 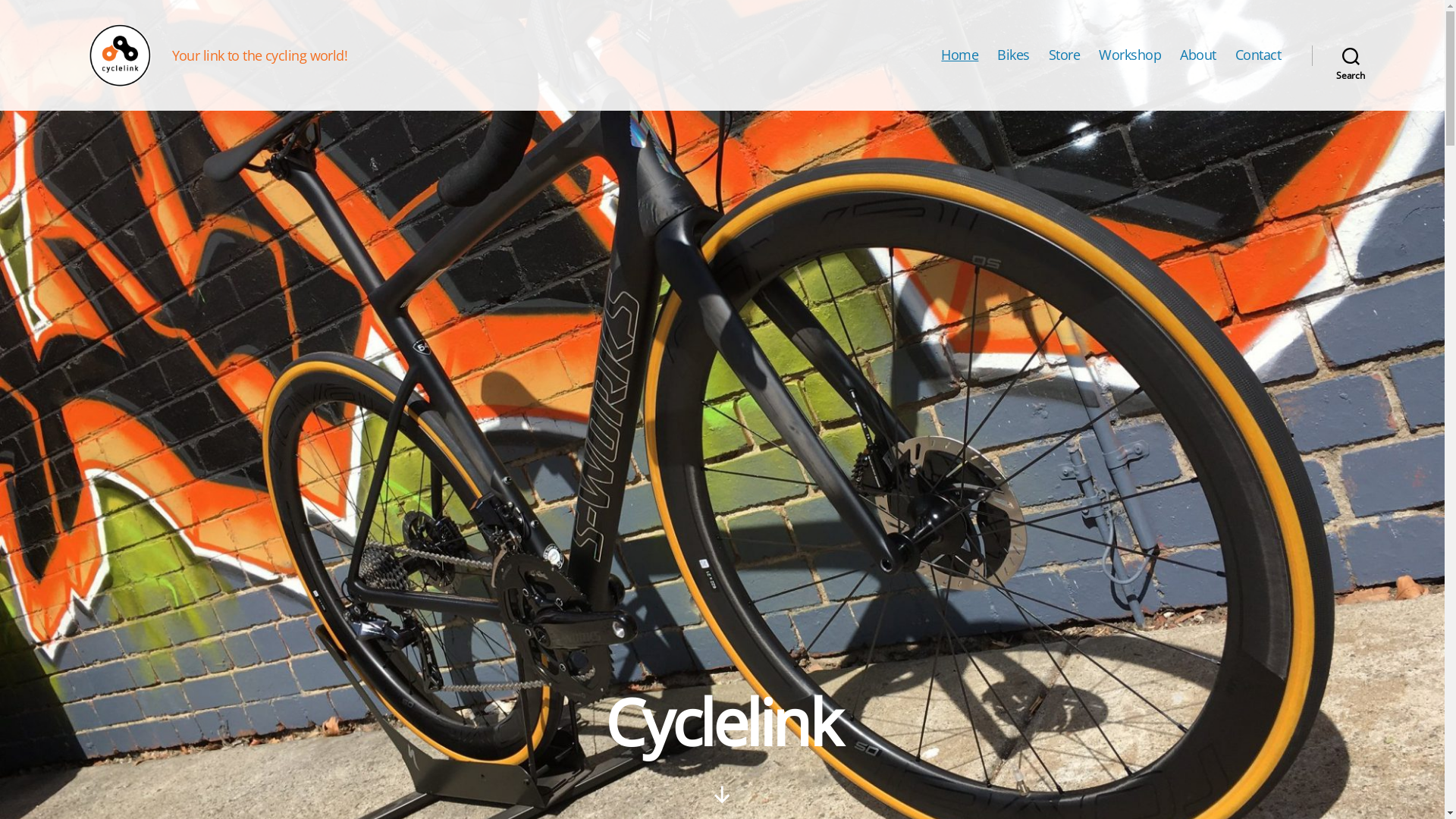 What do you see at coordinates (959, 55) in the screenshot?
I see `'Home'` at bounding box center [959, 55].